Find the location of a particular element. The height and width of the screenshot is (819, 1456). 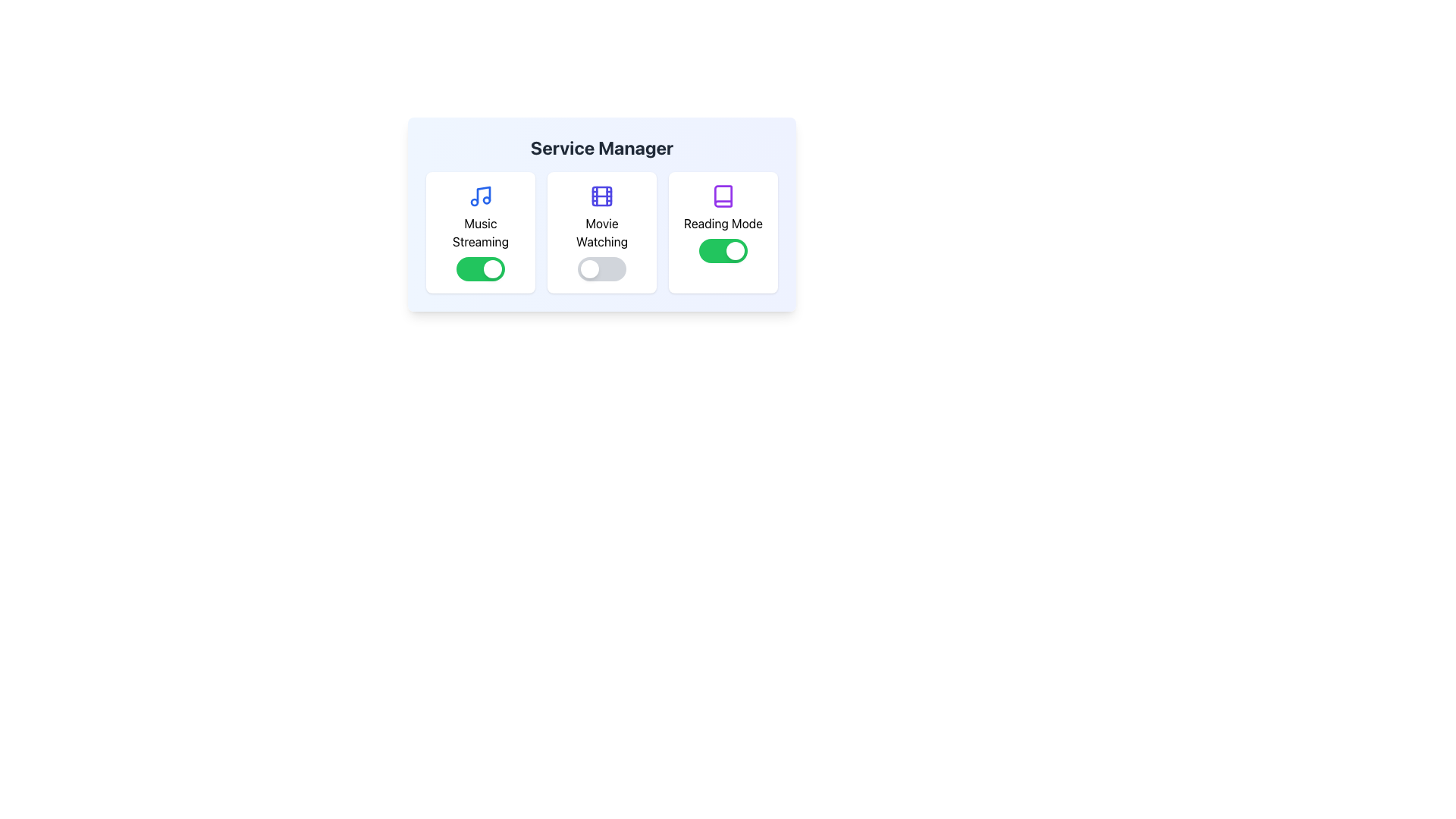

the toggle knob that represents the 'on' state of the Music Streaming feature, located on the right-hand side of the toggle switch under the 'Music Streaming' label is located at coordinates (492, 268).